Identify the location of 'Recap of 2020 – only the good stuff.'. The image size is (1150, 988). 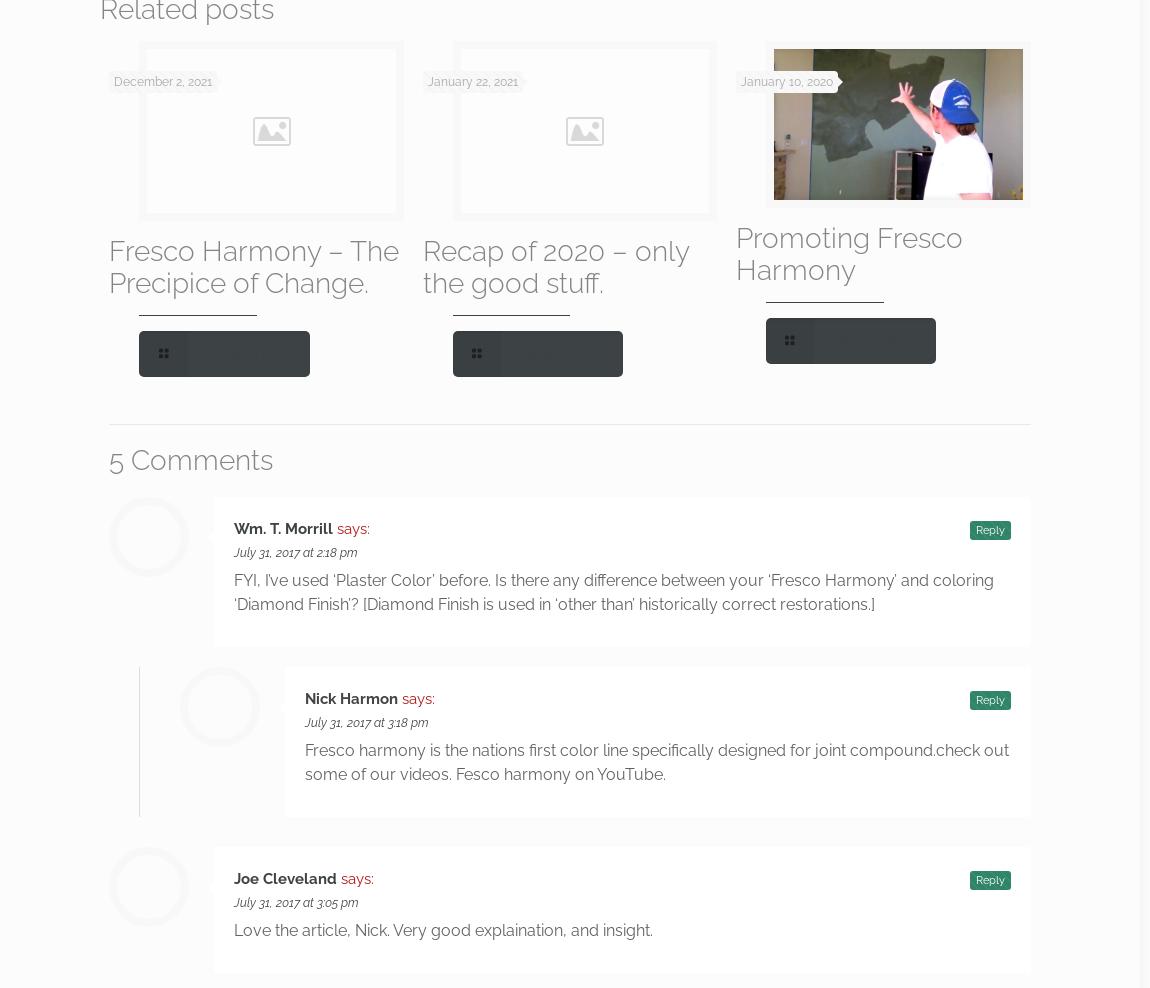
(554, 266).